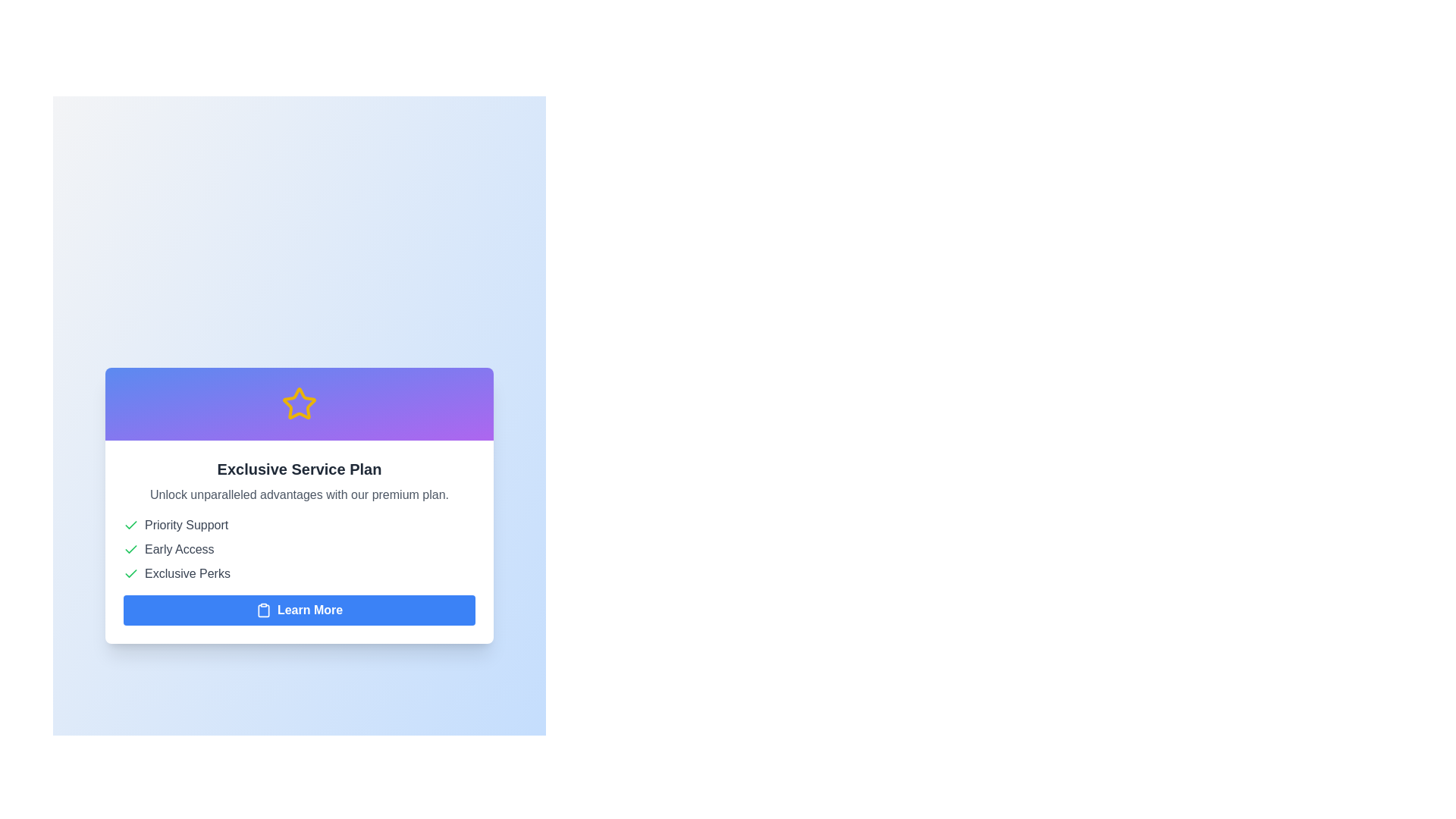 Image resolution: width=1456 pixels, height=819 pixels. I want to click on the call-to-action button at the bottom of the 'Exclusive Service Plan' card, so click(299, 610).